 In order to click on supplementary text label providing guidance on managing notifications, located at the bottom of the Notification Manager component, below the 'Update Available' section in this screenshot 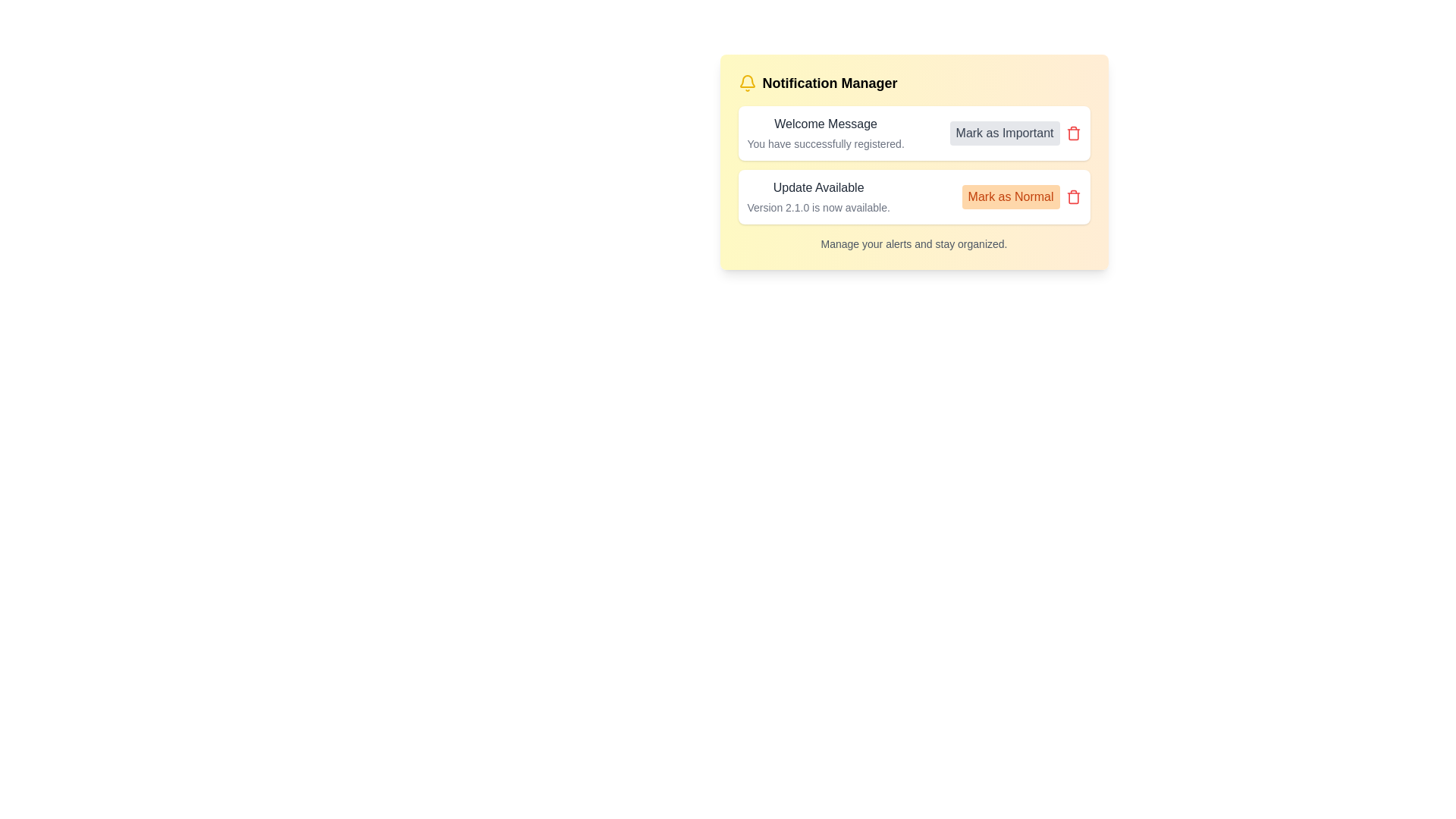, I will do `click(913, 243)`.